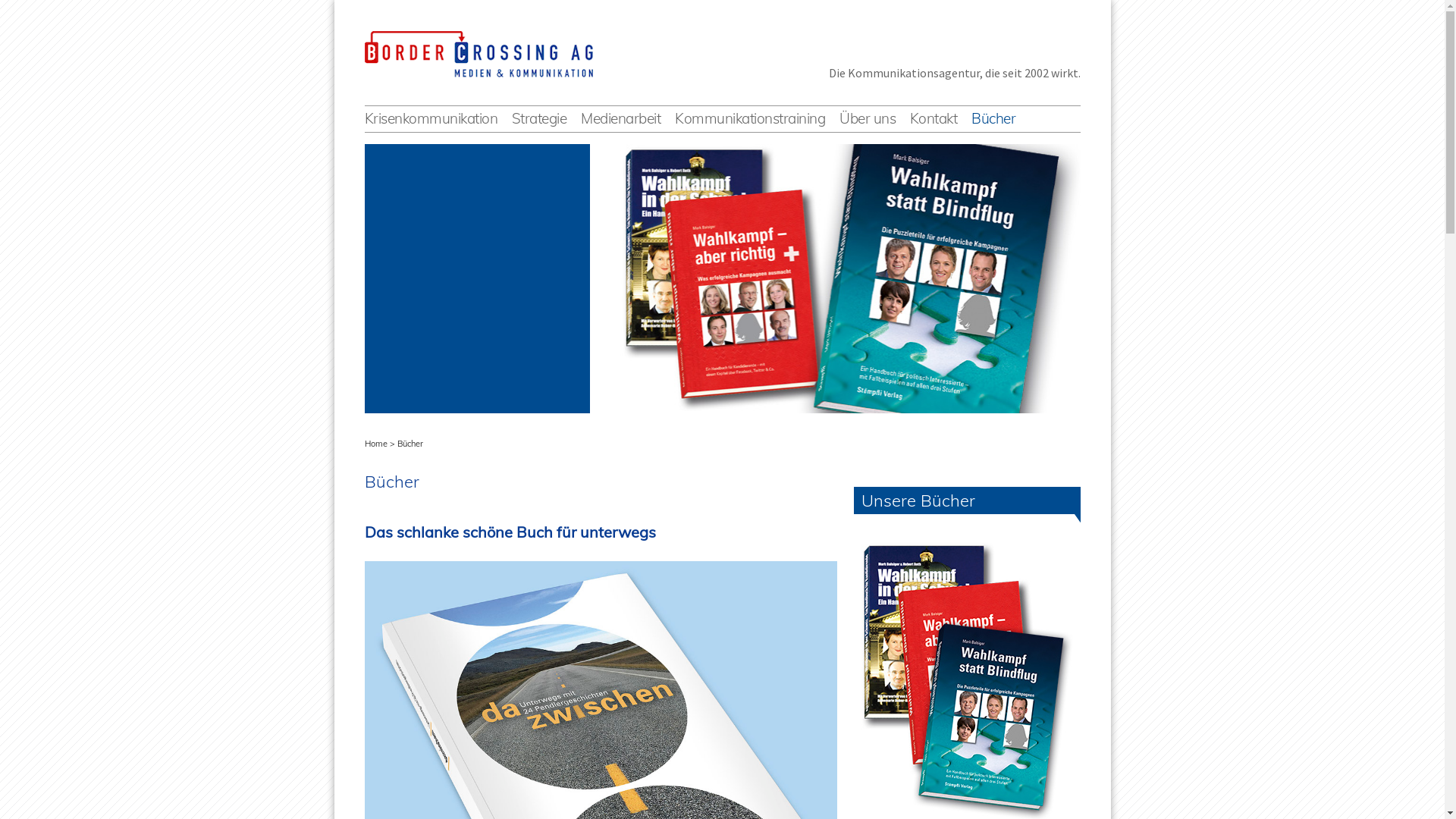  Describe the element at coordinates (580, 118) in the screenshot. I see `'Medienarbeit'` at that location.